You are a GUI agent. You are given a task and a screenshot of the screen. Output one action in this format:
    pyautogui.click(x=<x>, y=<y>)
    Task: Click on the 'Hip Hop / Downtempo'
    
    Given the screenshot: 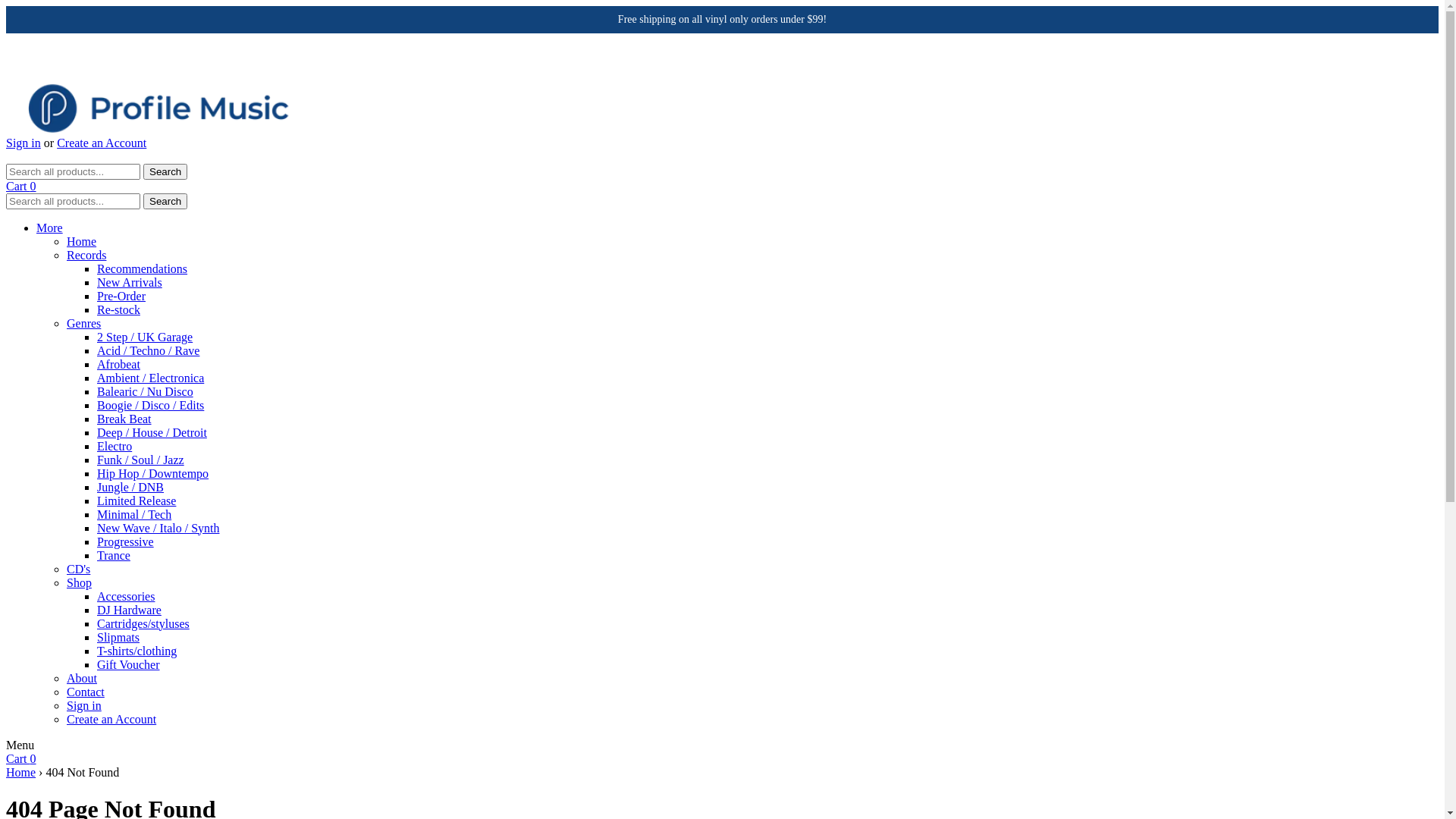 What is the action you would take?
    pyautogui.click(x=152, y=472)
    